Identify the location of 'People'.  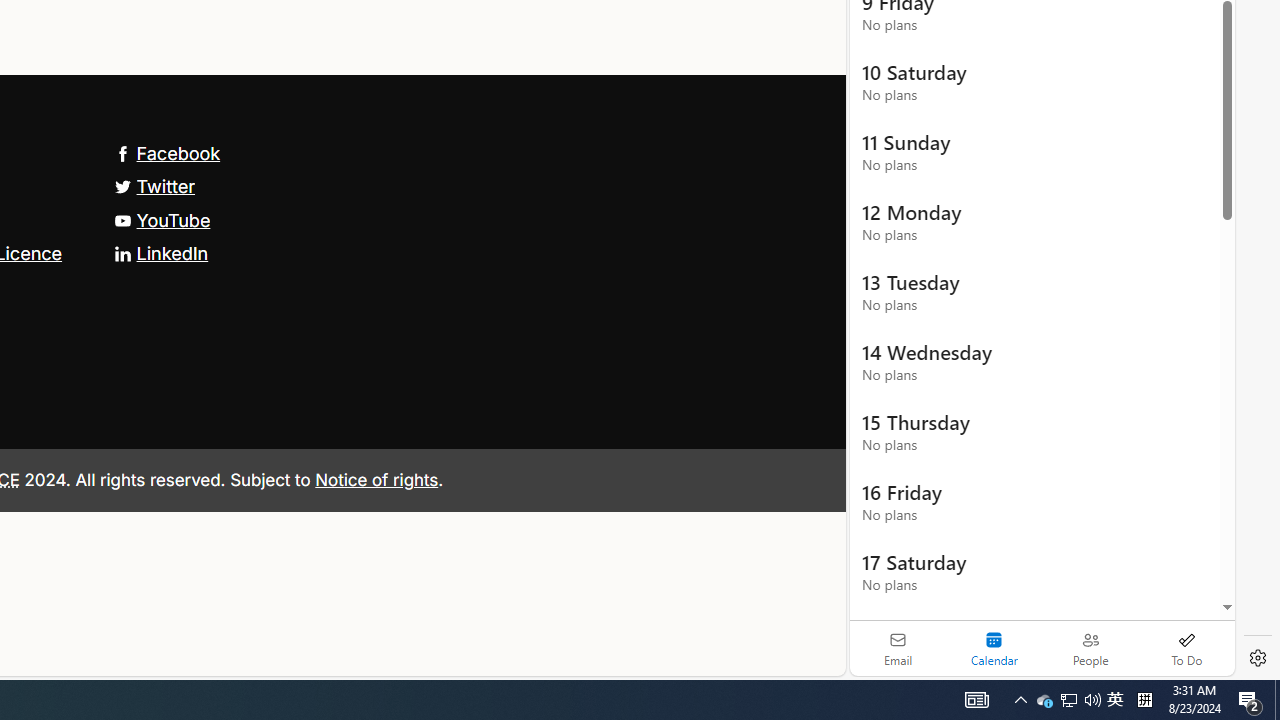
(1089, 648).